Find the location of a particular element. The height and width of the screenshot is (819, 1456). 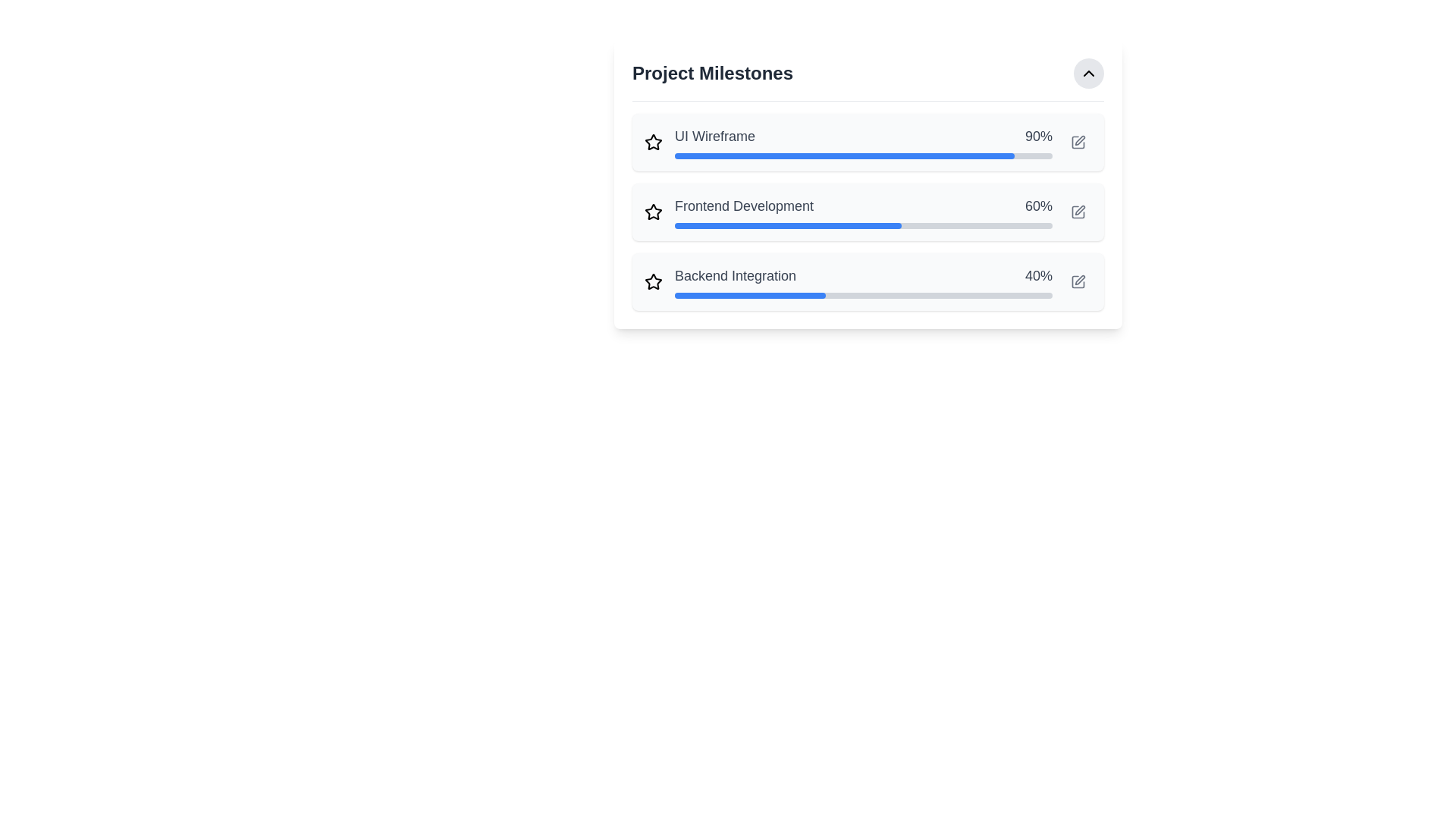

the percentage text indicating the completion for the 'Frontend Development' milestone, located in the second row of progress tracking components is located at coordinates (1037, 206).